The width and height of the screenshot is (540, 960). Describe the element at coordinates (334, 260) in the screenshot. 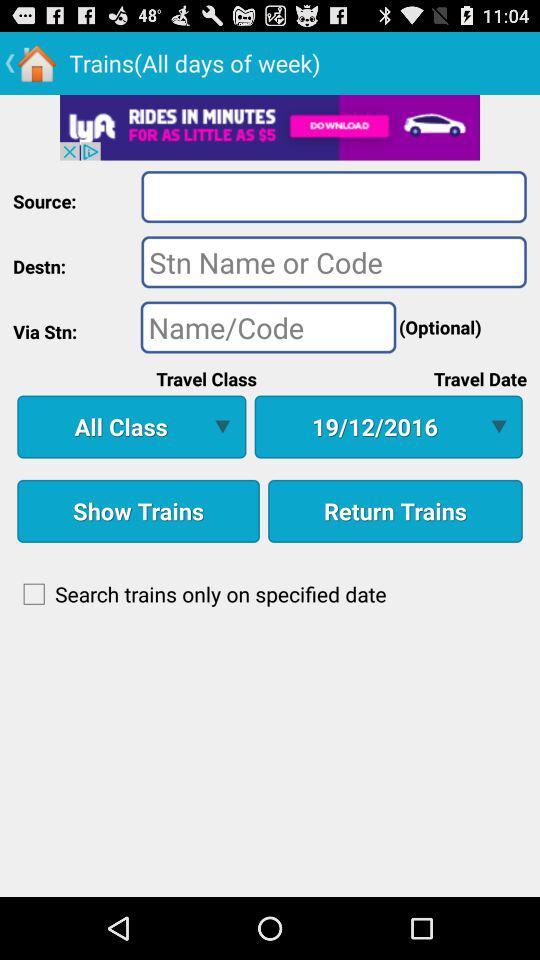

I see `text to enter text` at that location.